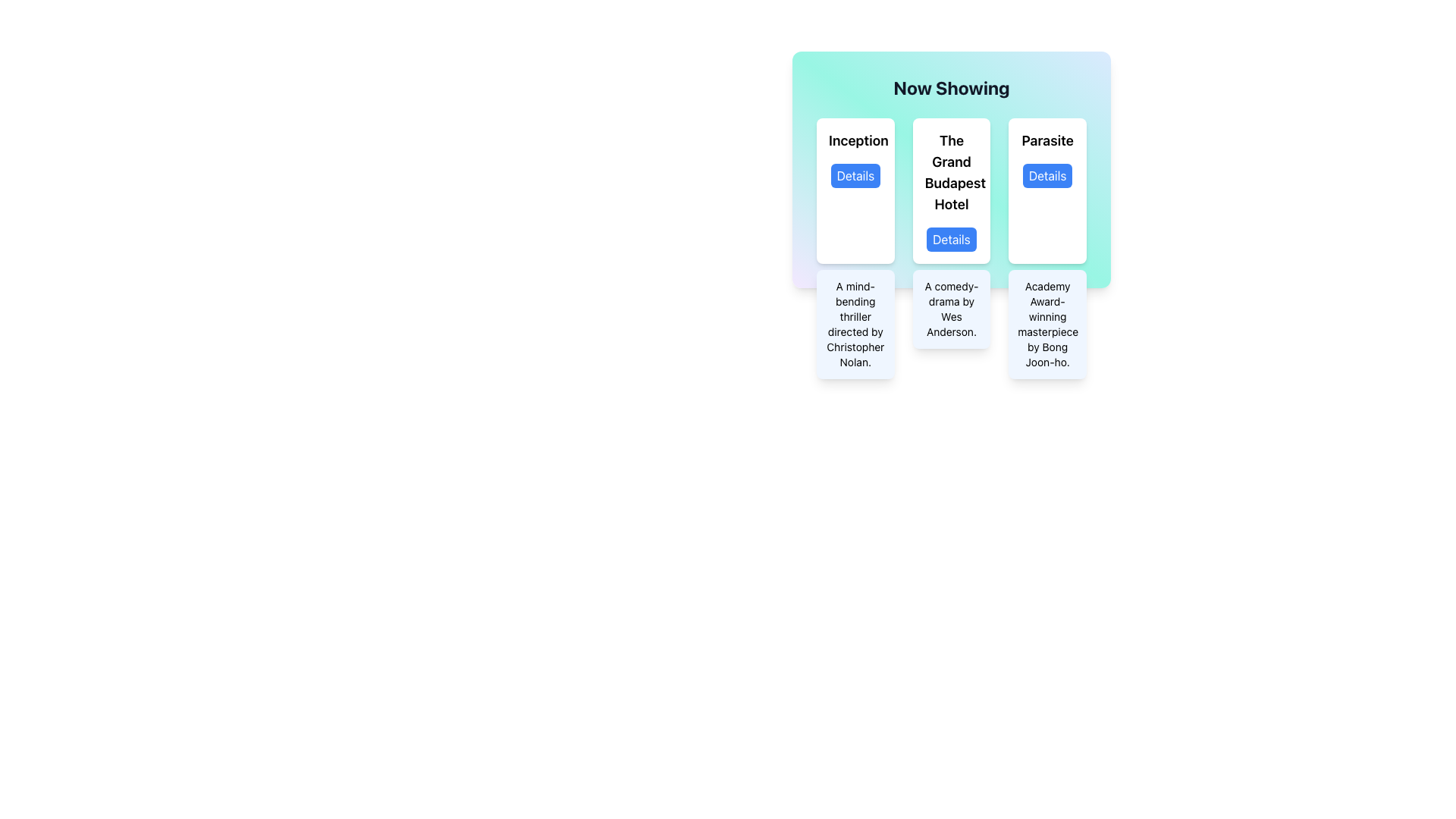 The width and height of the screenshot is (1456, 819). I want to click on the 'Details' button with a blue background and white text located at the bottom of the card titled 'The Grand Budapest Hotel', so click(950, 239).